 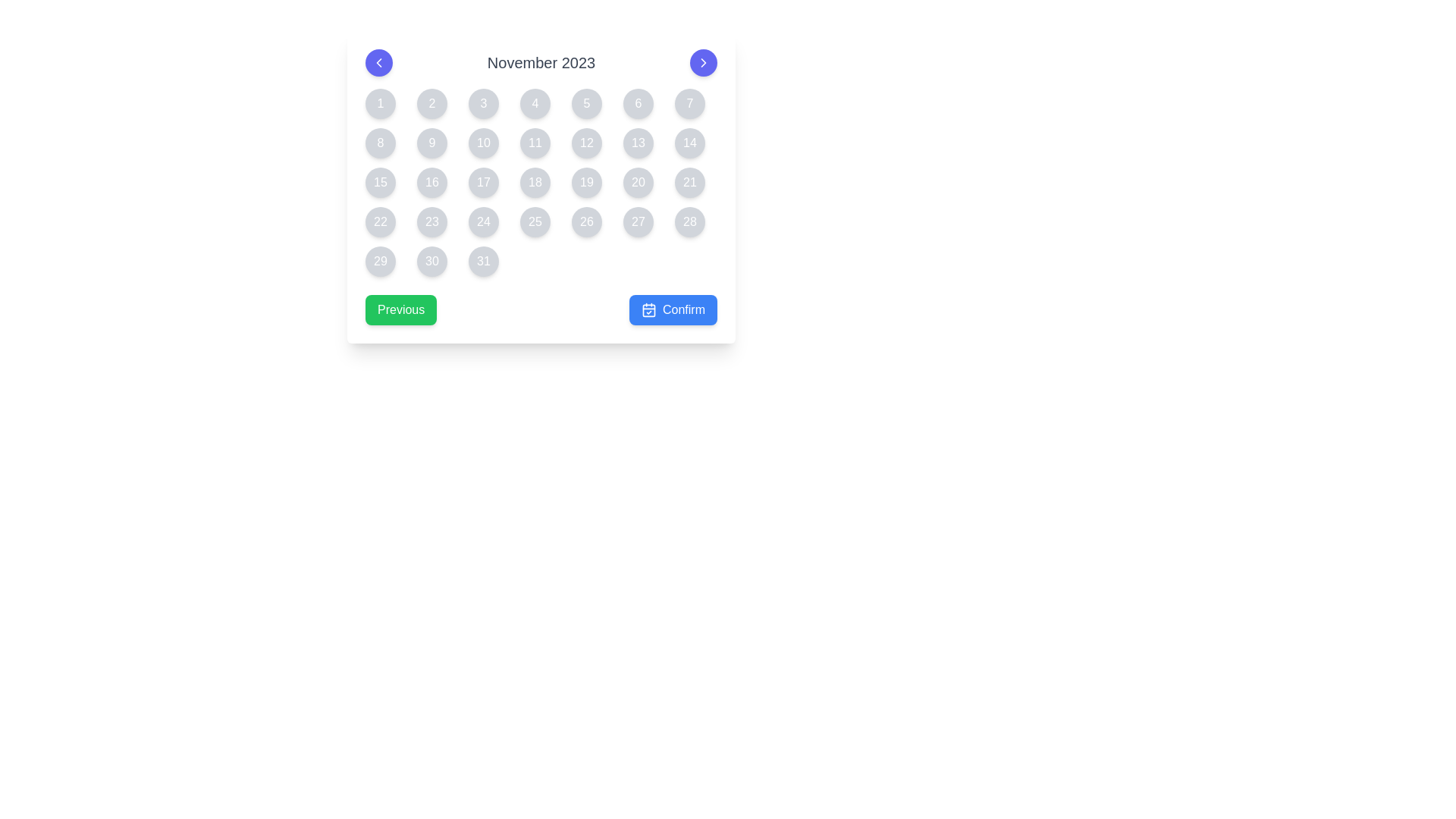 What do you see at coordinates (541, 181) in the screenshot?
I see `the circular button representing the date '18' in the calendar grid located below the 'November 2023' header` at bounding box center [541, 181].